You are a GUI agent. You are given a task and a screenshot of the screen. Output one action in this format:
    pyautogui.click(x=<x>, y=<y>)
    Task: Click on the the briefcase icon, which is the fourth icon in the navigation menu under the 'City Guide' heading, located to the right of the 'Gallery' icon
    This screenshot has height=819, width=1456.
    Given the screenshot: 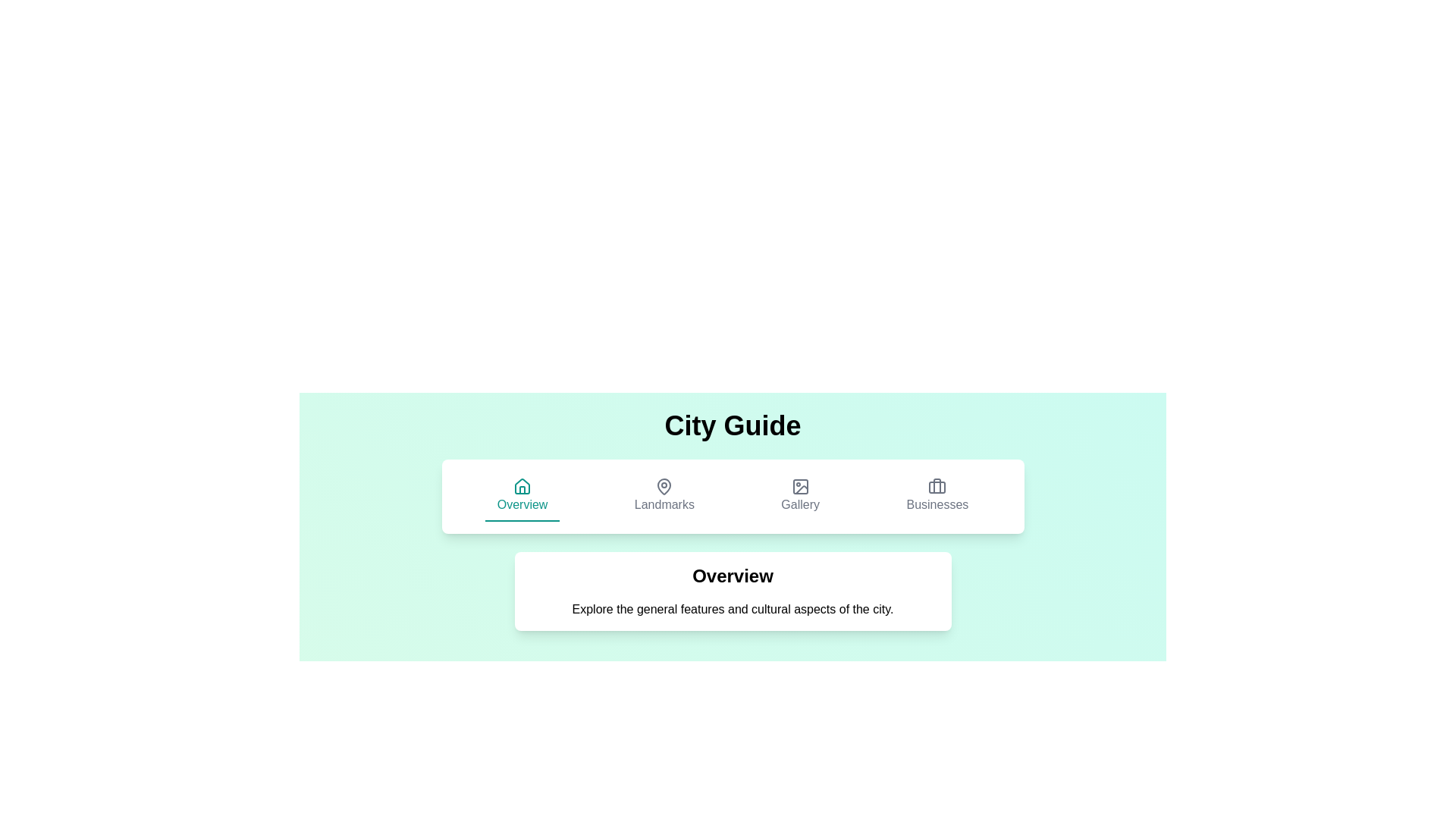 What is the action you would take?
    pyautogui.click(x=937, y=485)
    